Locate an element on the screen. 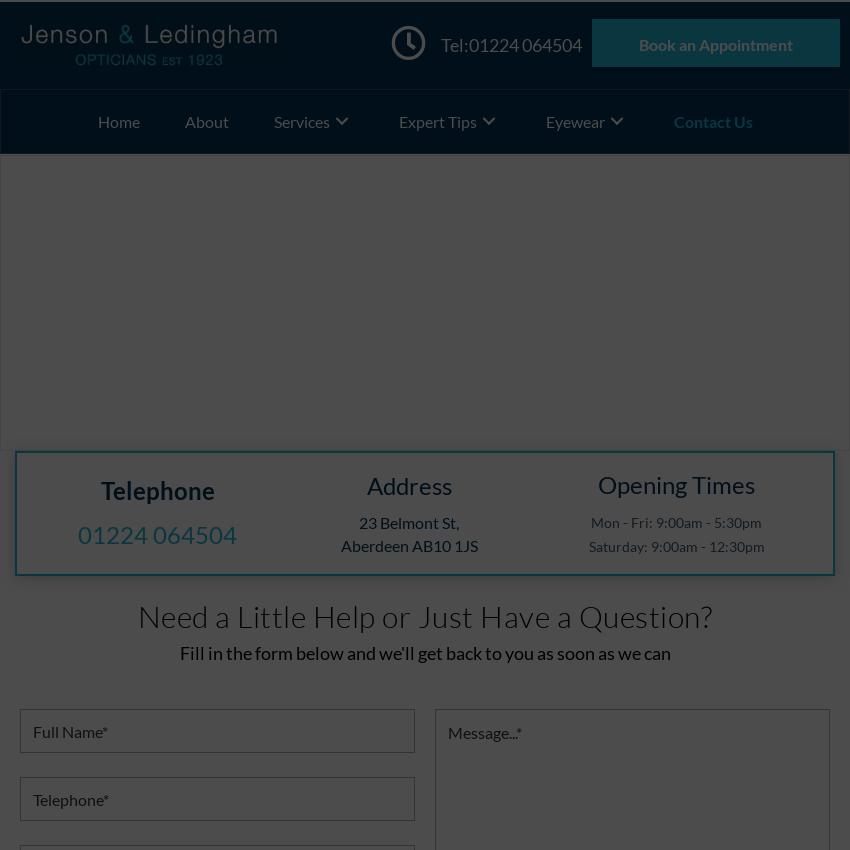 The height and width of the screenshot is (850, 850). 'Eyewear' is located at coordinates (544, 119).